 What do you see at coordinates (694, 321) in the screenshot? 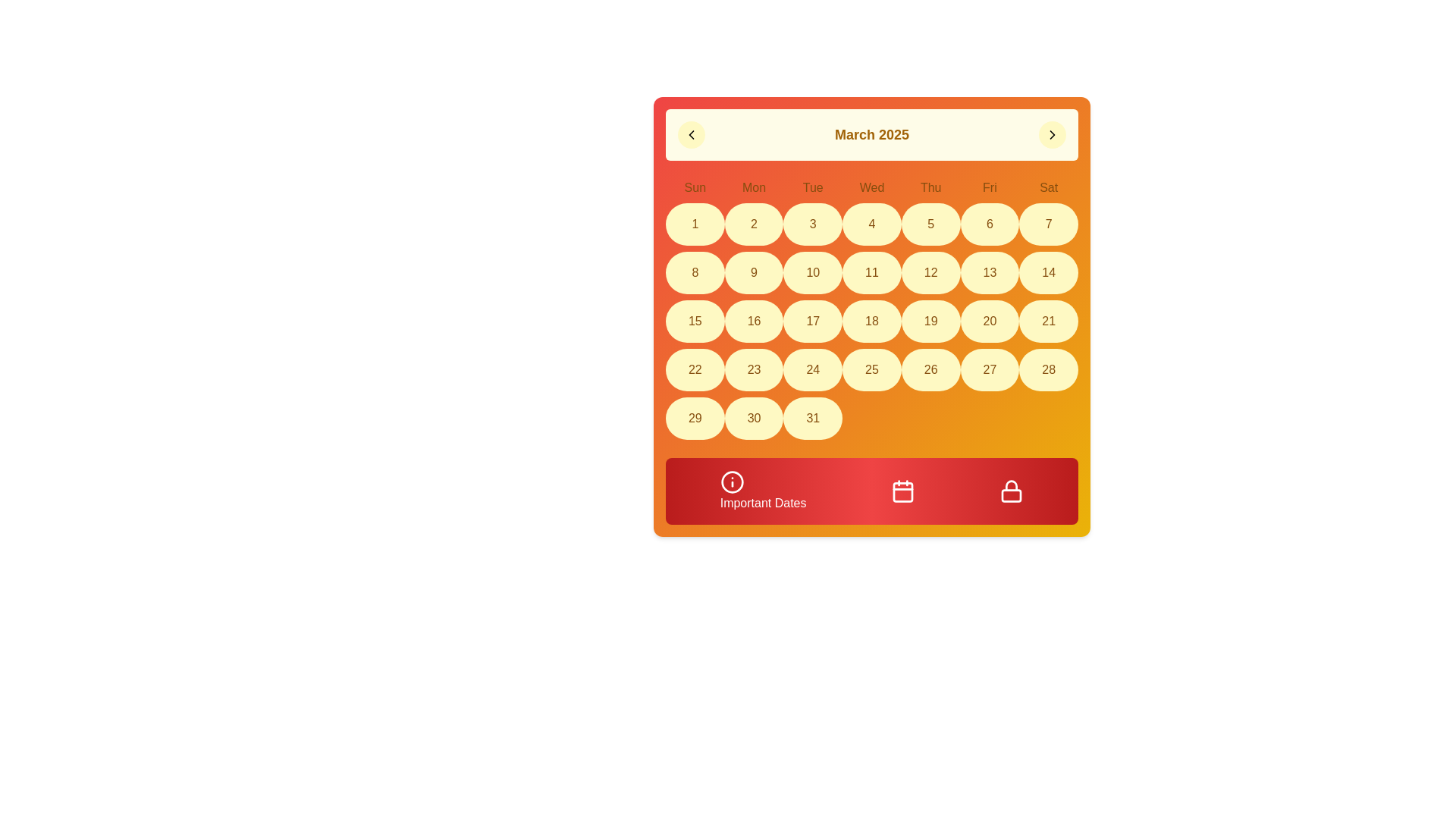
I see `the fifth circular button in the fourth row of the calendar, which represents the 15th day of the month` at bounding box center [694, 321].